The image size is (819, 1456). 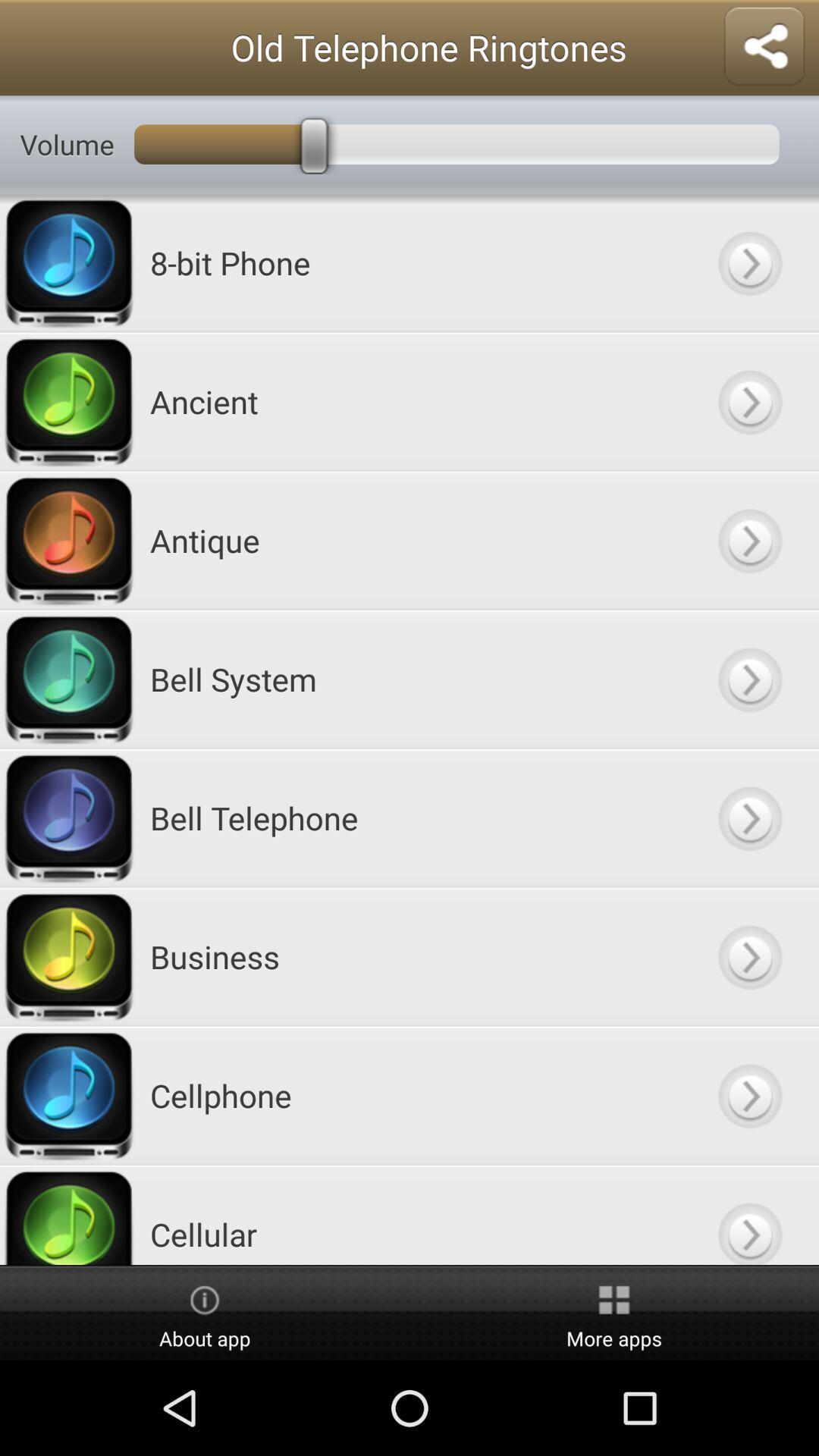 I want to click on ringtone, so click(x=748, y=955).